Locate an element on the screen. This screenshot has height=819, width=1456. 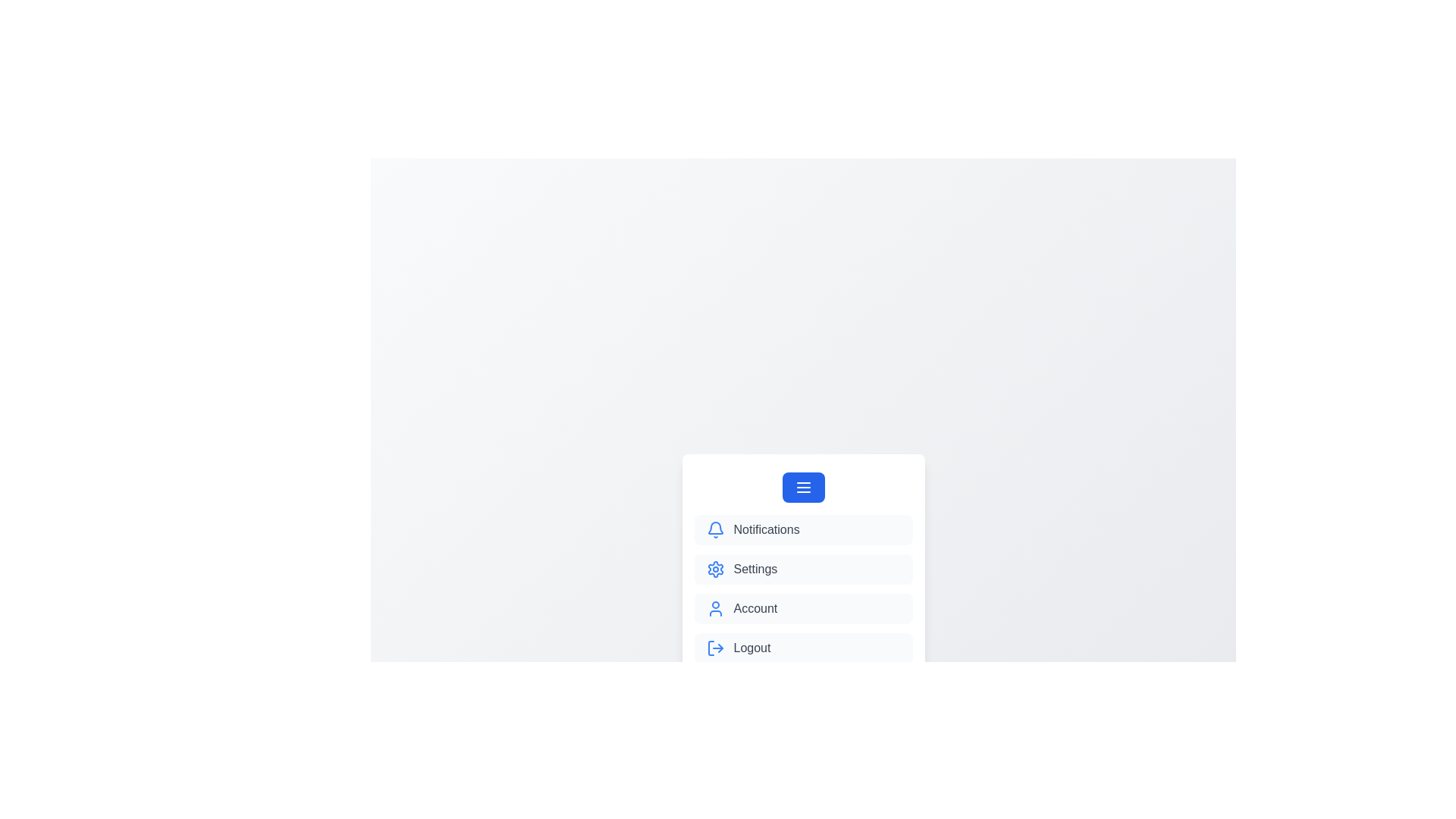
the menu option corresponding to Settings by clicking on its icon is located at coordinates (714, 570).